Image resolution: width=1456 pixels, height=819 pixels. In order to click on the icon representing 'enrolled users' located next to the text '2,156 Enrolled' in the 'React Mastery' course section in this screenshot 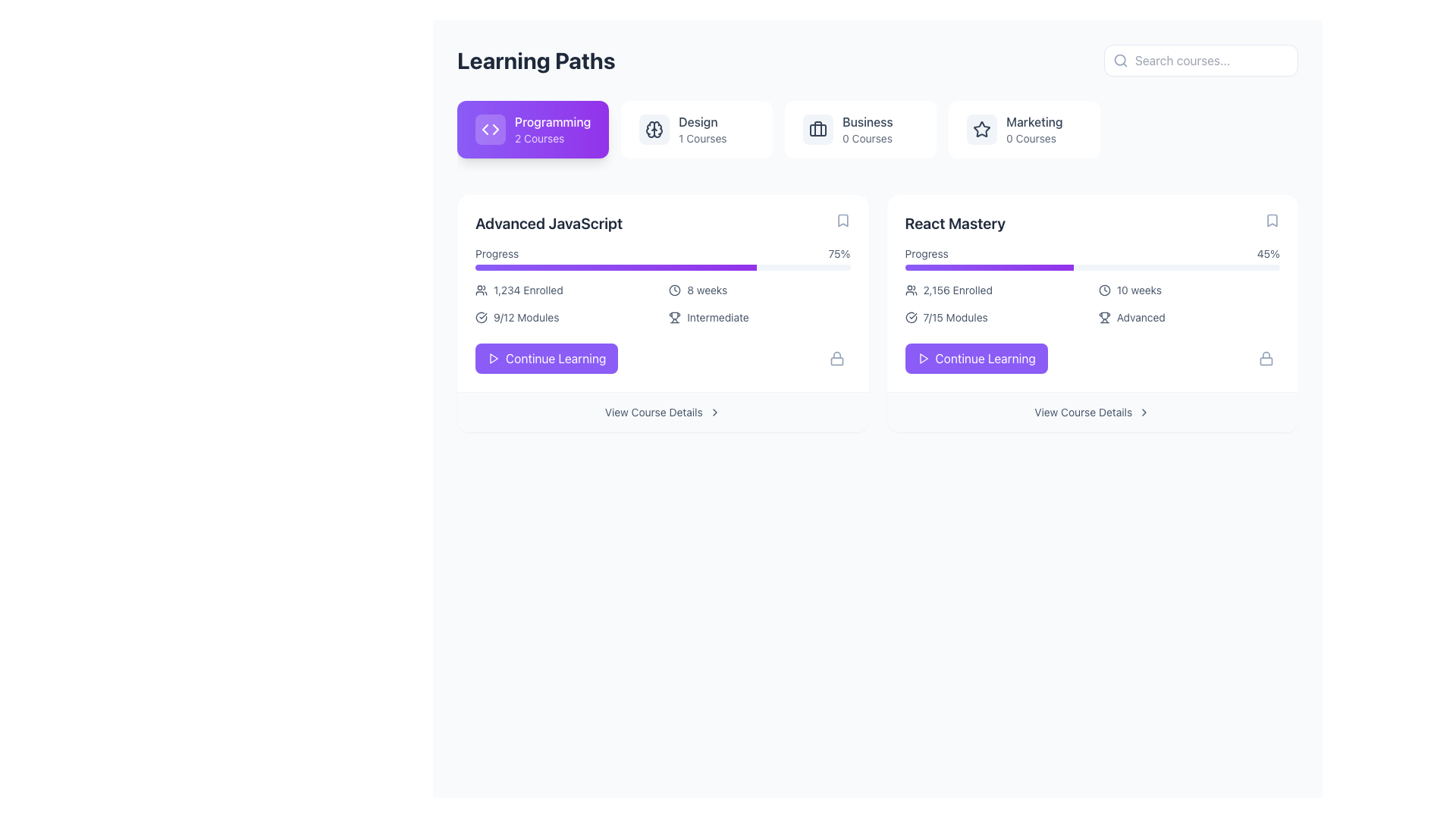, I will do `click(910, 290)`.